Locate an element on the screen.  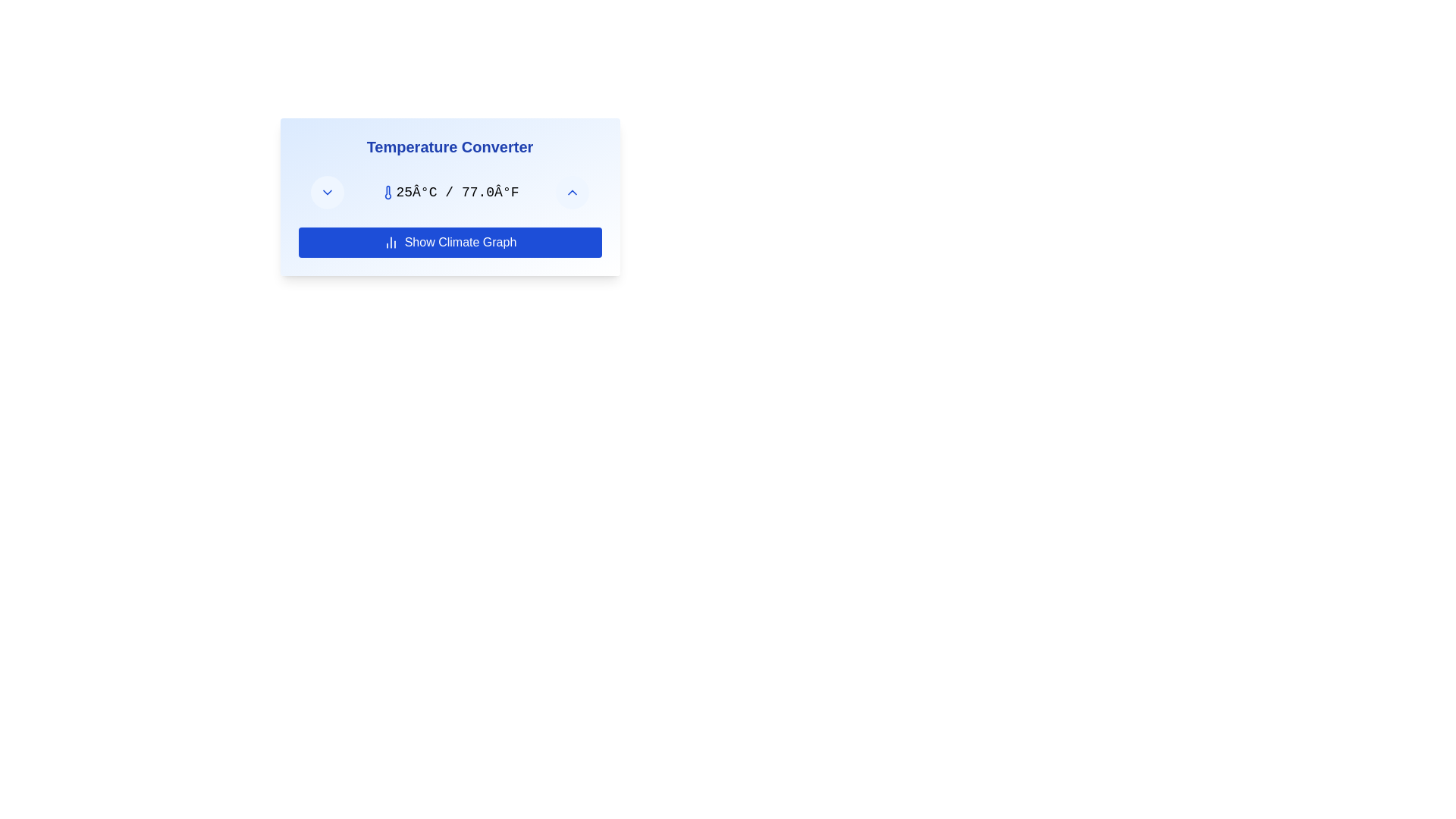
the small vertical bar chart icon located to the left of the 'Show Climate Graph' button is located at coordinates (391, 242).